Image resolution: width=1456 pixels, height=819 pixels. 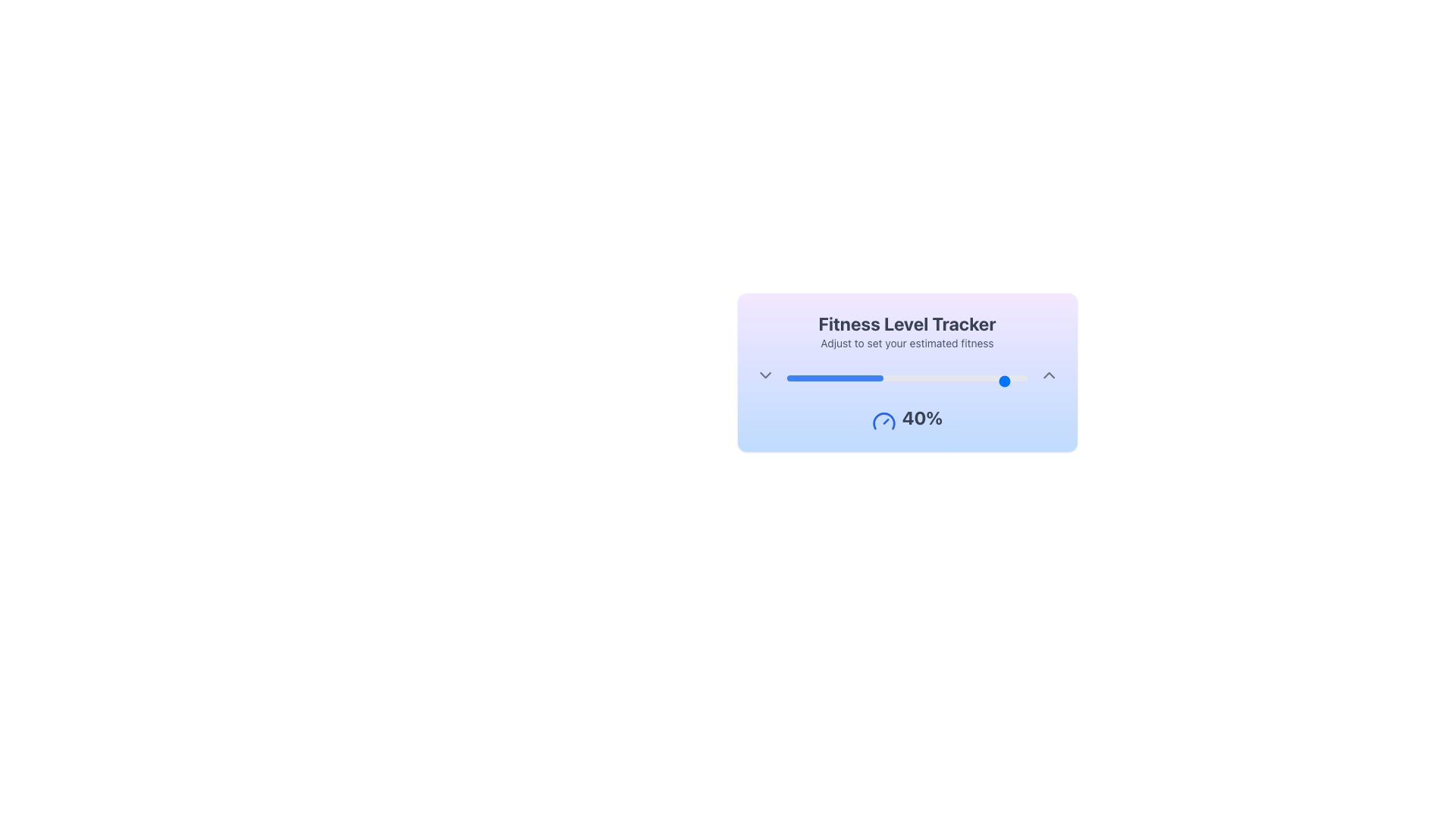 I want to click on the fitness level, so click(x=864, y=377).